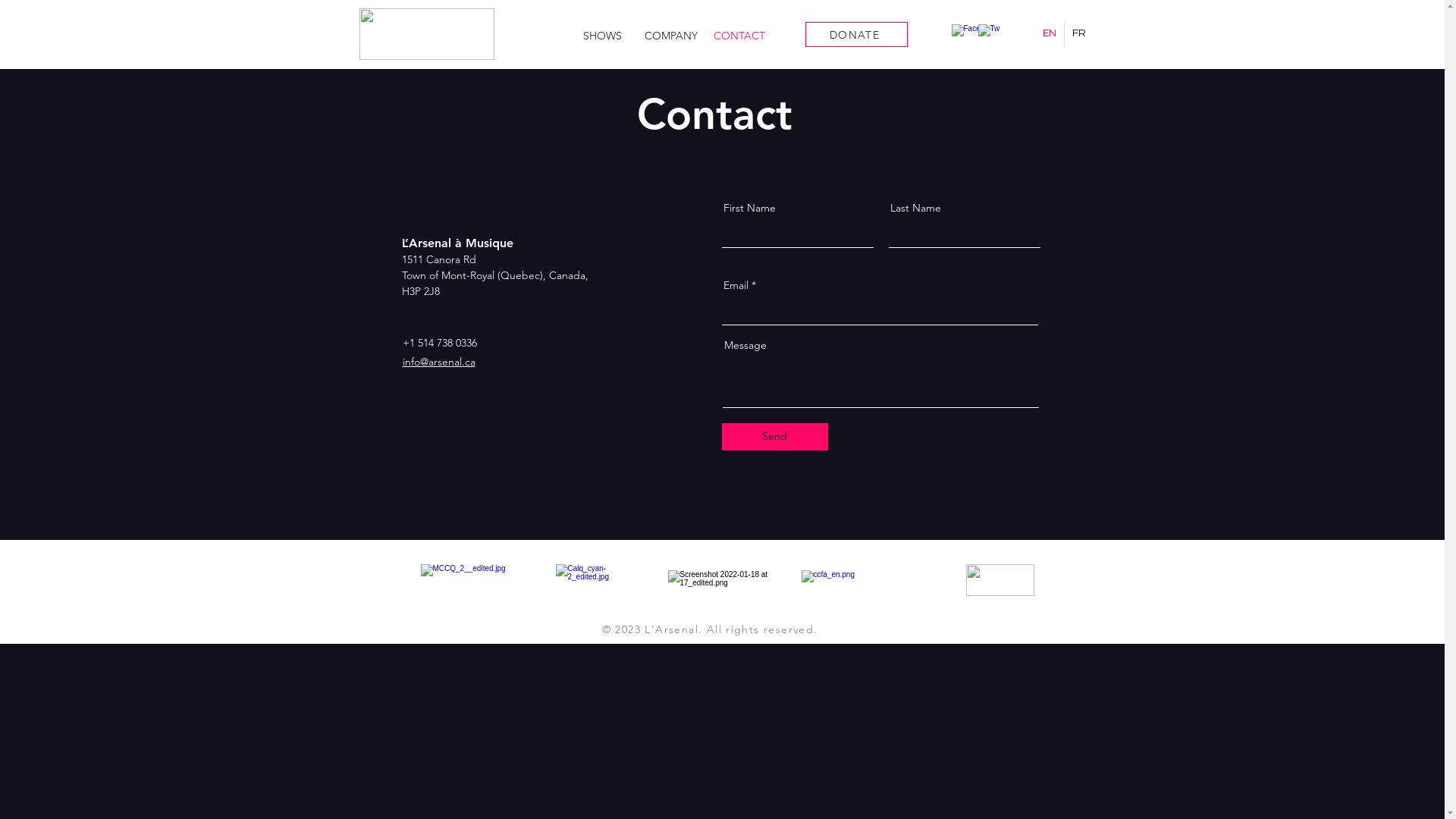  Describe the element at coordinates (425, 34) in the screenshot. I see `'6420_08 ARSENAL_logo Transparent.gif'` at that location.